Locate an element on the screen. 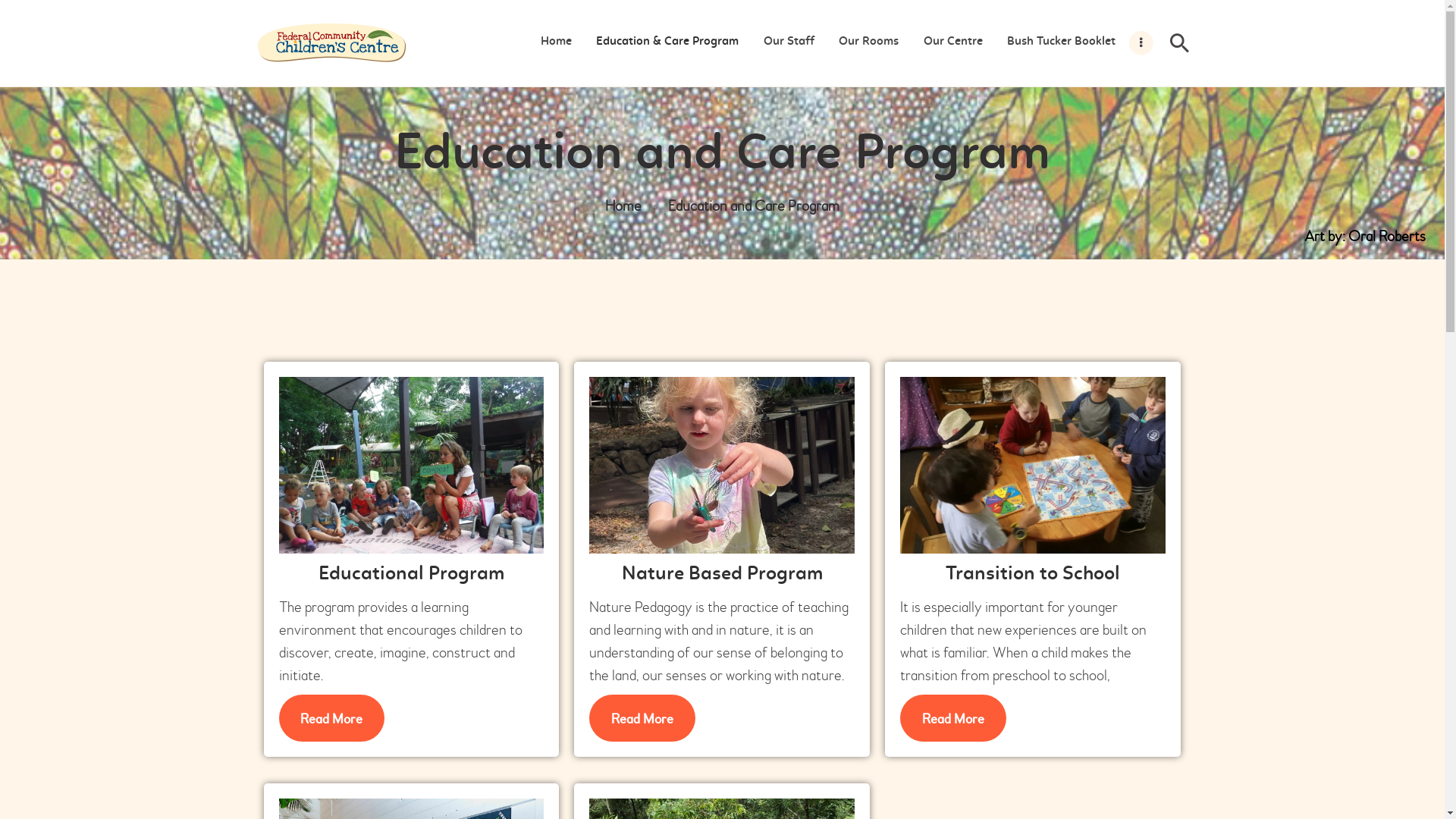  'Read More' is located at coordinates (588, 717).